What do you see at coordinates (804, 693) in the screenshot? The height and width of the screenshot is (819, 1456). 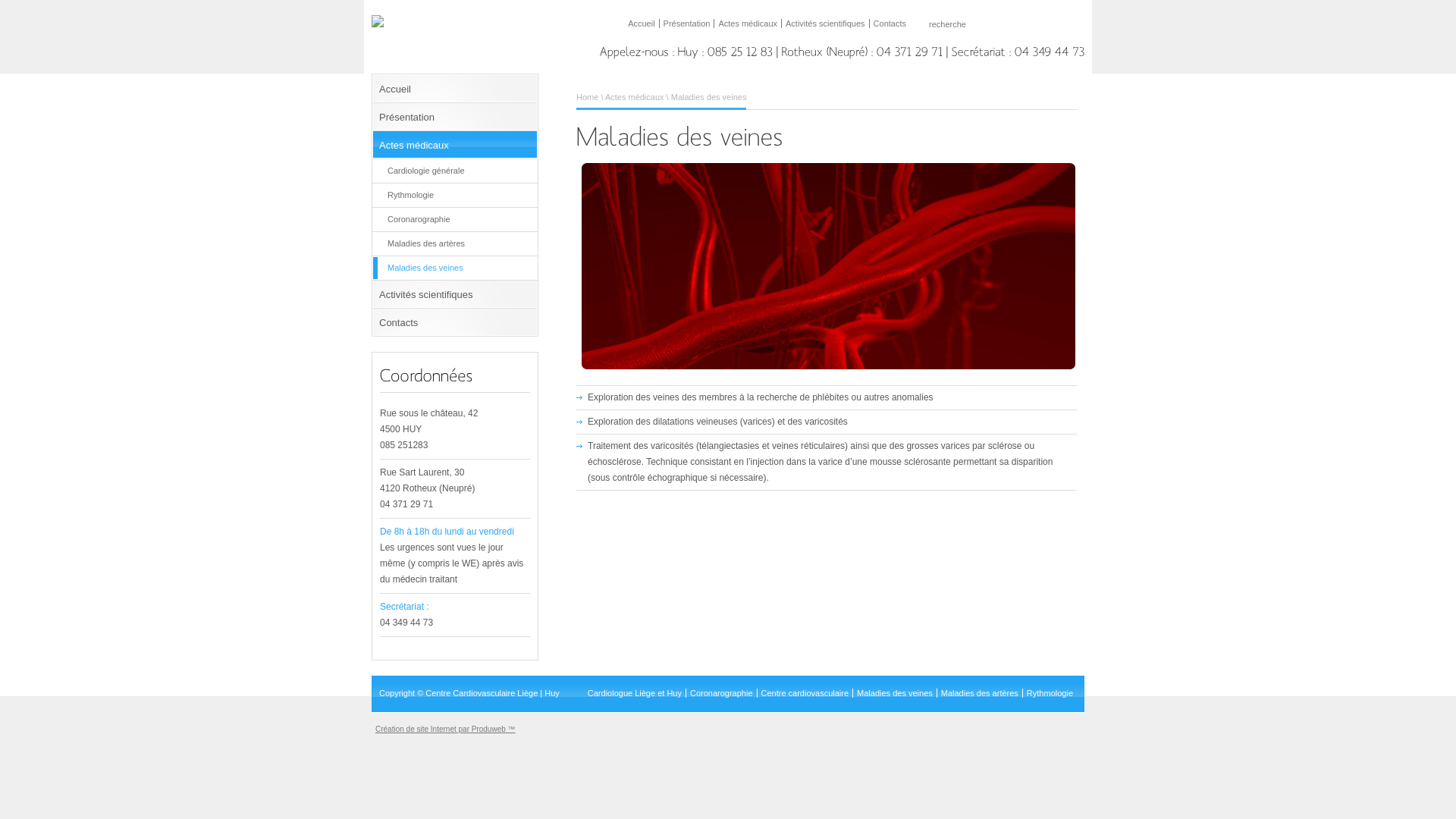 I see `'Centre cardiovasculaire'` at bounding box center [804, 693].